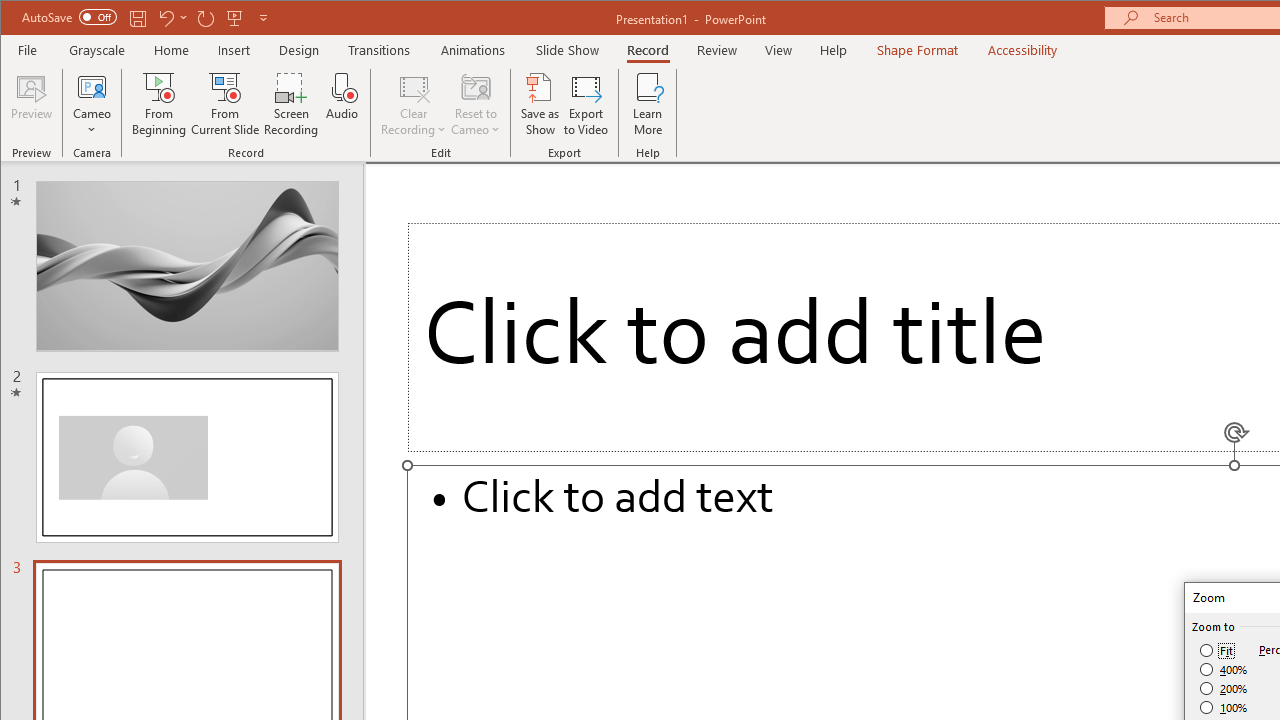 The height and width of the screenshot is (720, 1280). Describe the element at coordinates (290, 104) in the screenshot. I see `'Screen Recording'` at that location.